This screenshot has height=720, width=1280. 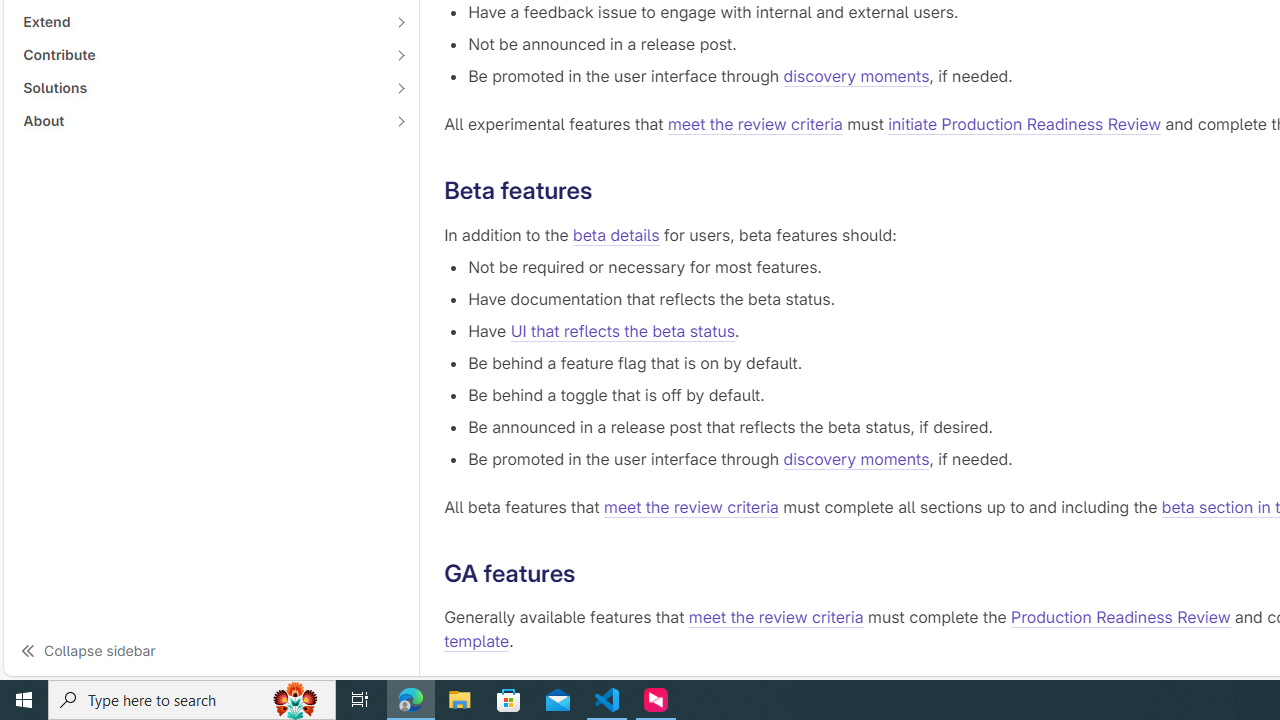 What do you see at coordinates (200, 86) in the screenshot?
I see `'Solutions'` at bounding box center [200, 86].